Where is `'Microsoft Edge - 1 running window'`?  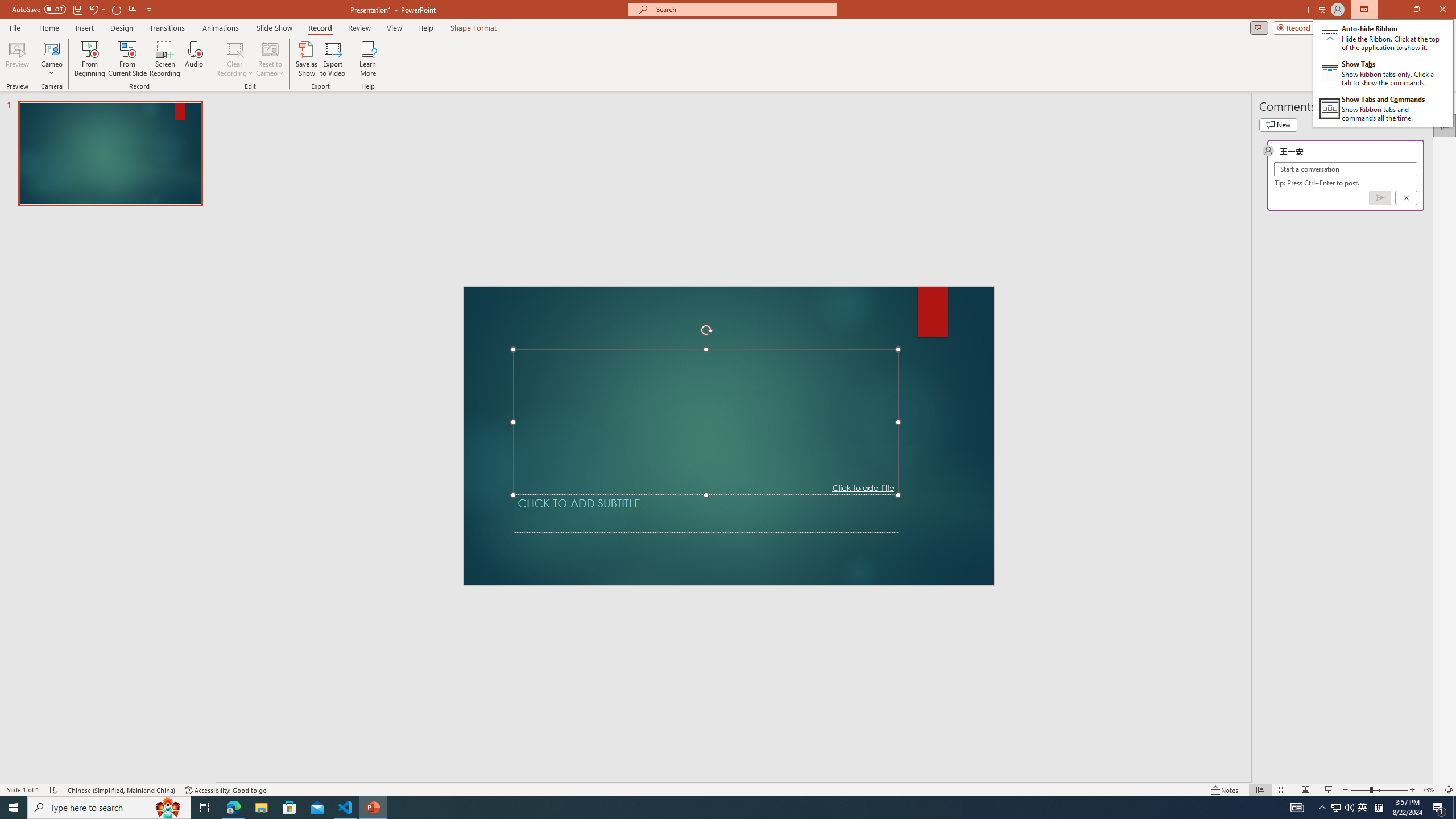
'Microsoft Edge - 1 running window' is located at coordinates (233, 806).